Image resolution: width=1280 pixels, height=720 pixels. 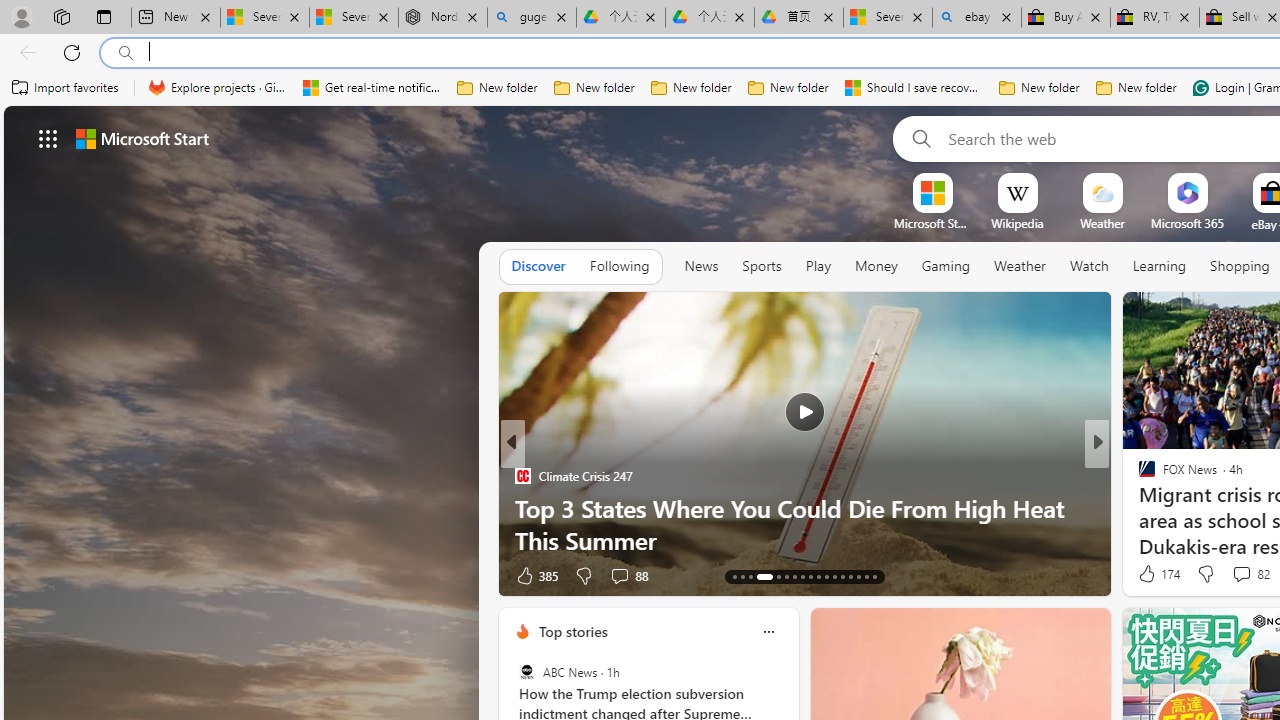 I want to click on 'AutomationID: tab-14', so click(x=742, y=577).